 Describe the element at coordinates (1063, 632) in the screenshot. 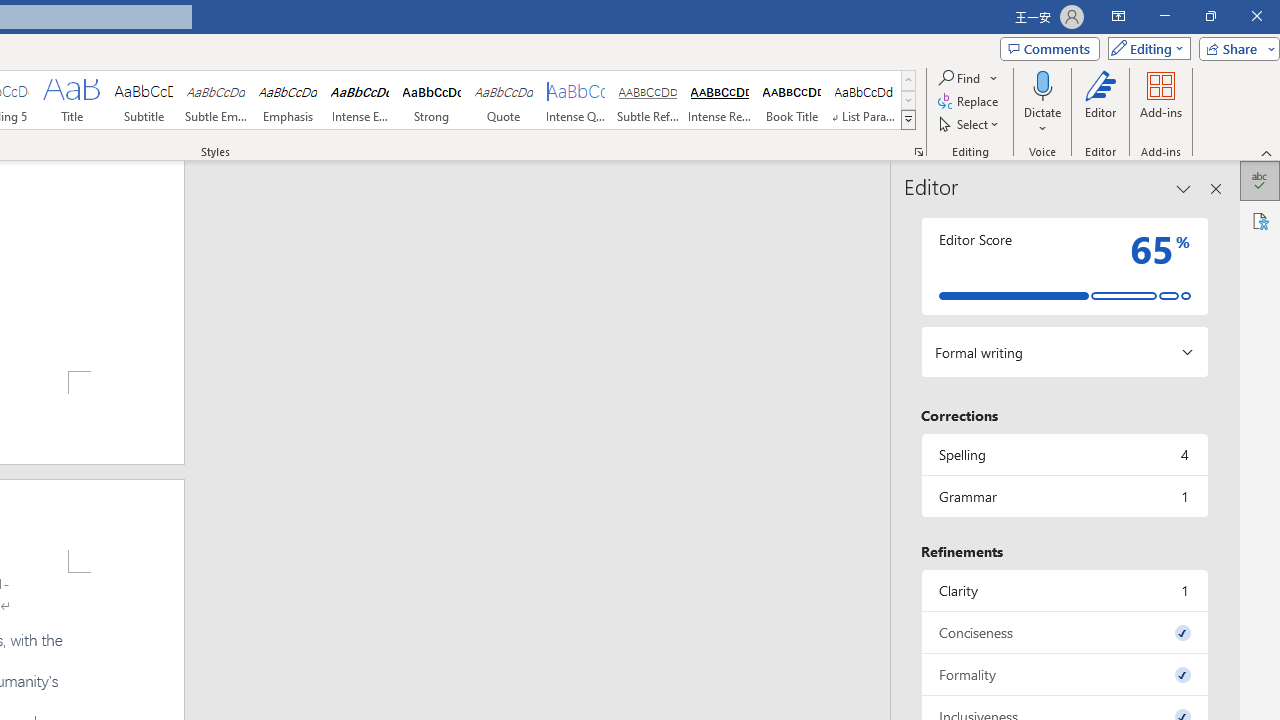

I see `'Conciseness, 0 issues. Press space or enter to review items.'` at that location.